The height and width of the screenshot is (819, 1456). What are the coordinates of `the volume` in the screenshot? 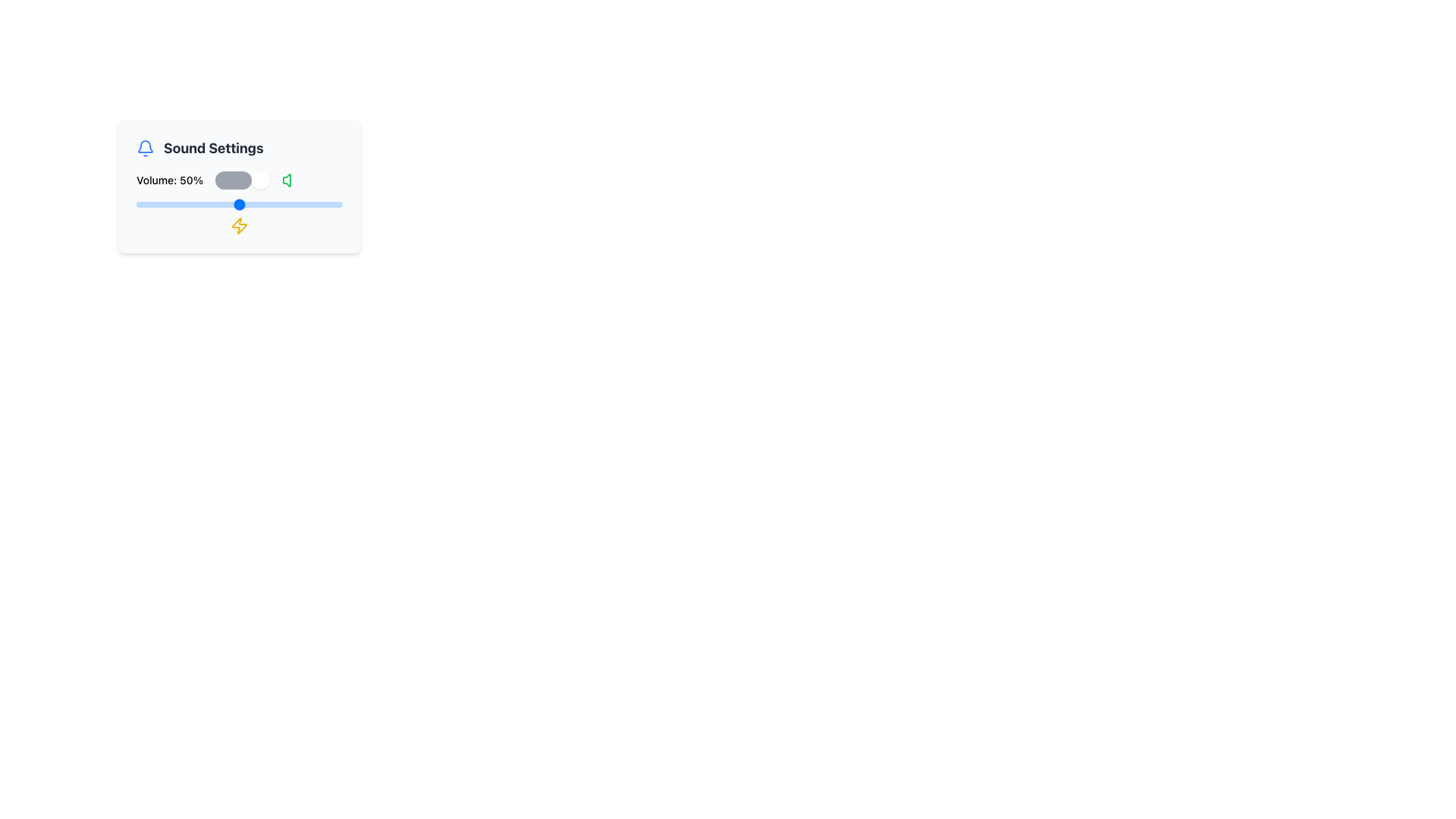 It's located at (208, 205).